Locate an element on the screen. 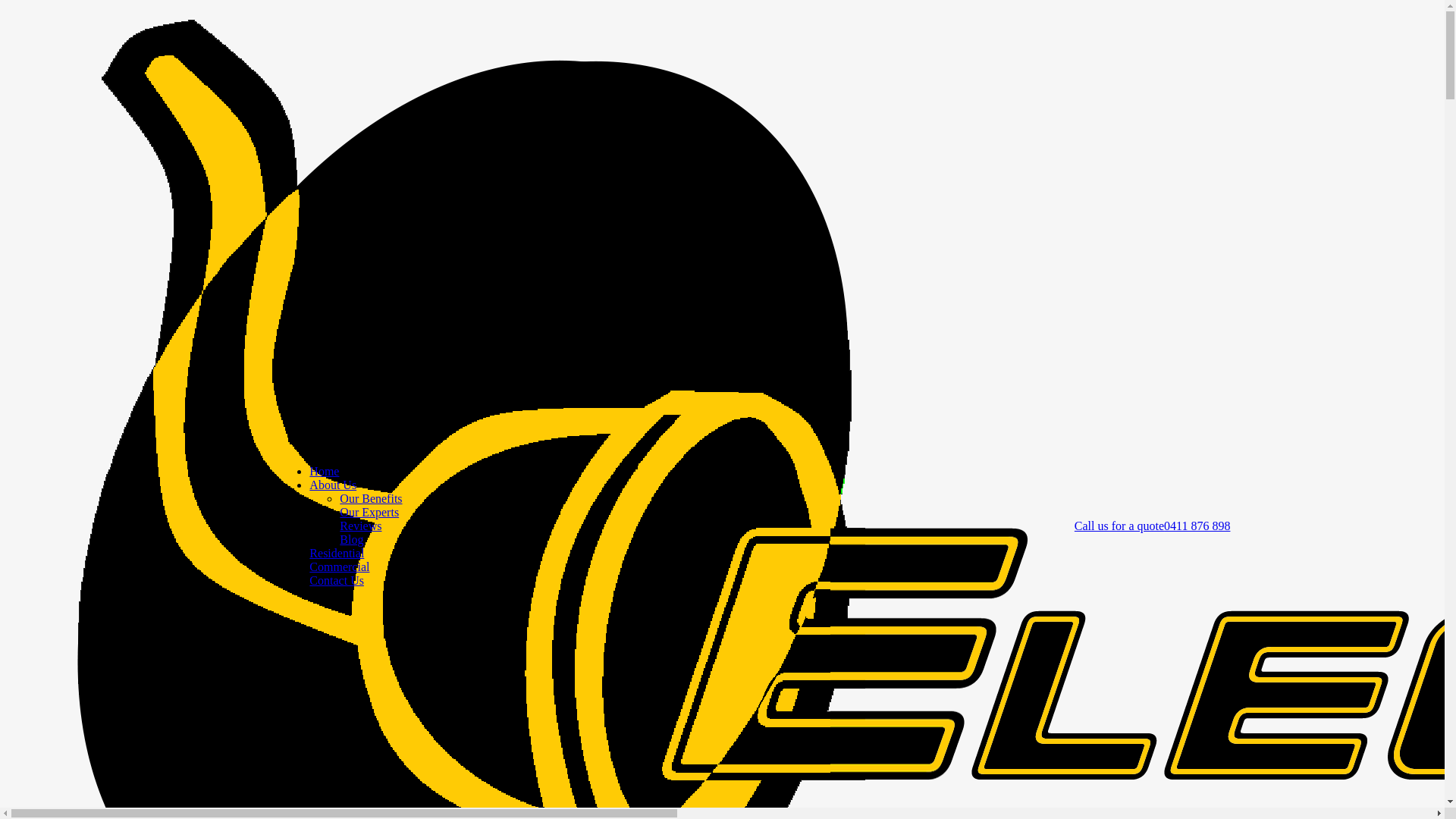 This screenshot has width=1456, height=819. 'Our Experts' is located at coordinates (369, 512).